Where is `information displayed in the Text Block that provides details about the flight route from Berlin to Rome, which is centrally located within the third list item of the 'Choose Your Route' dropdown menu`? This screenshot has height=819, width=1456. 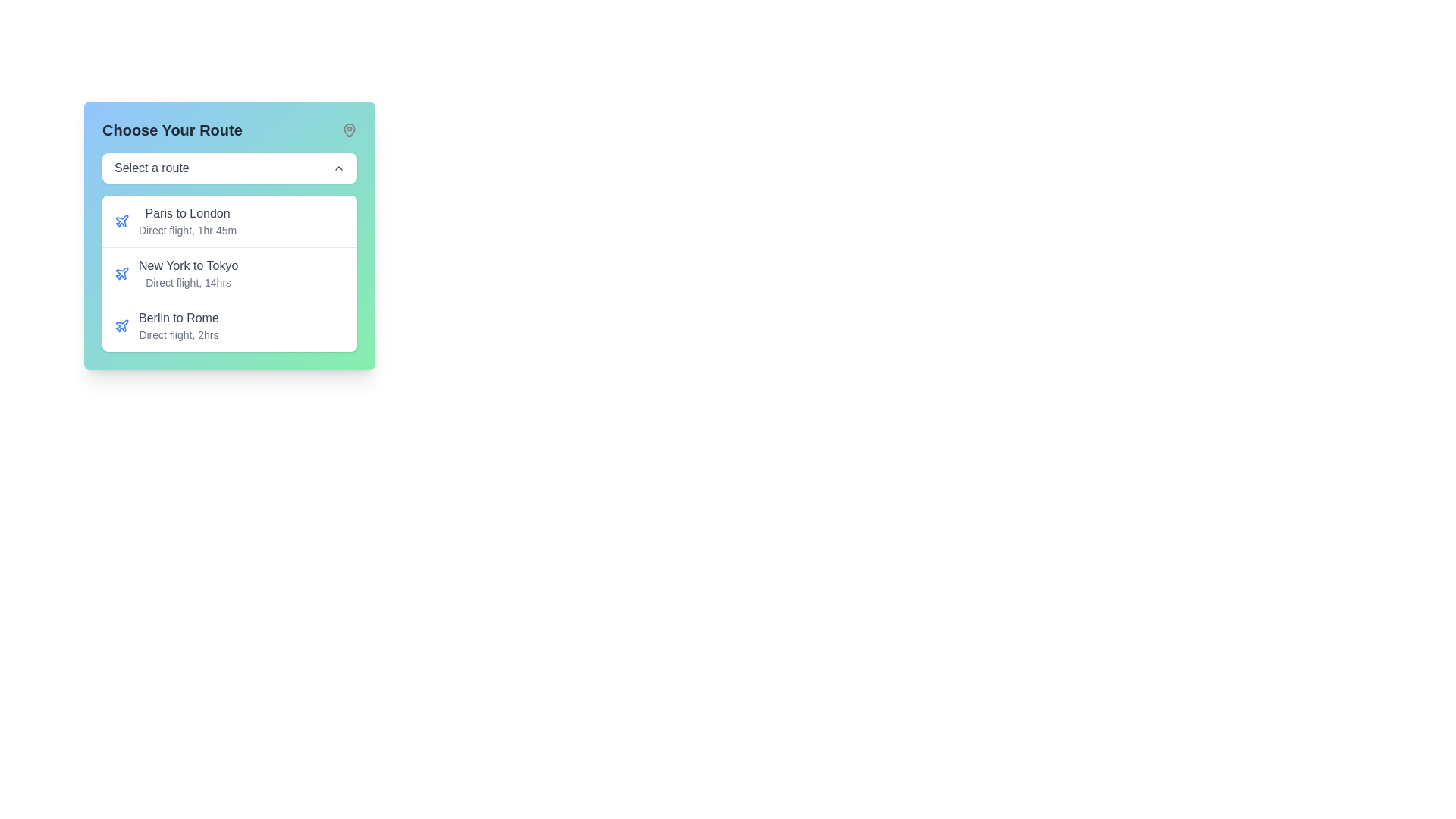
information displayed in the Text Block that provides details about the flight route from Berlin to Rome, which is centrally located within the third list item of the 'Choose Your Route' dropdown menu is located at coordinates (178, 325).